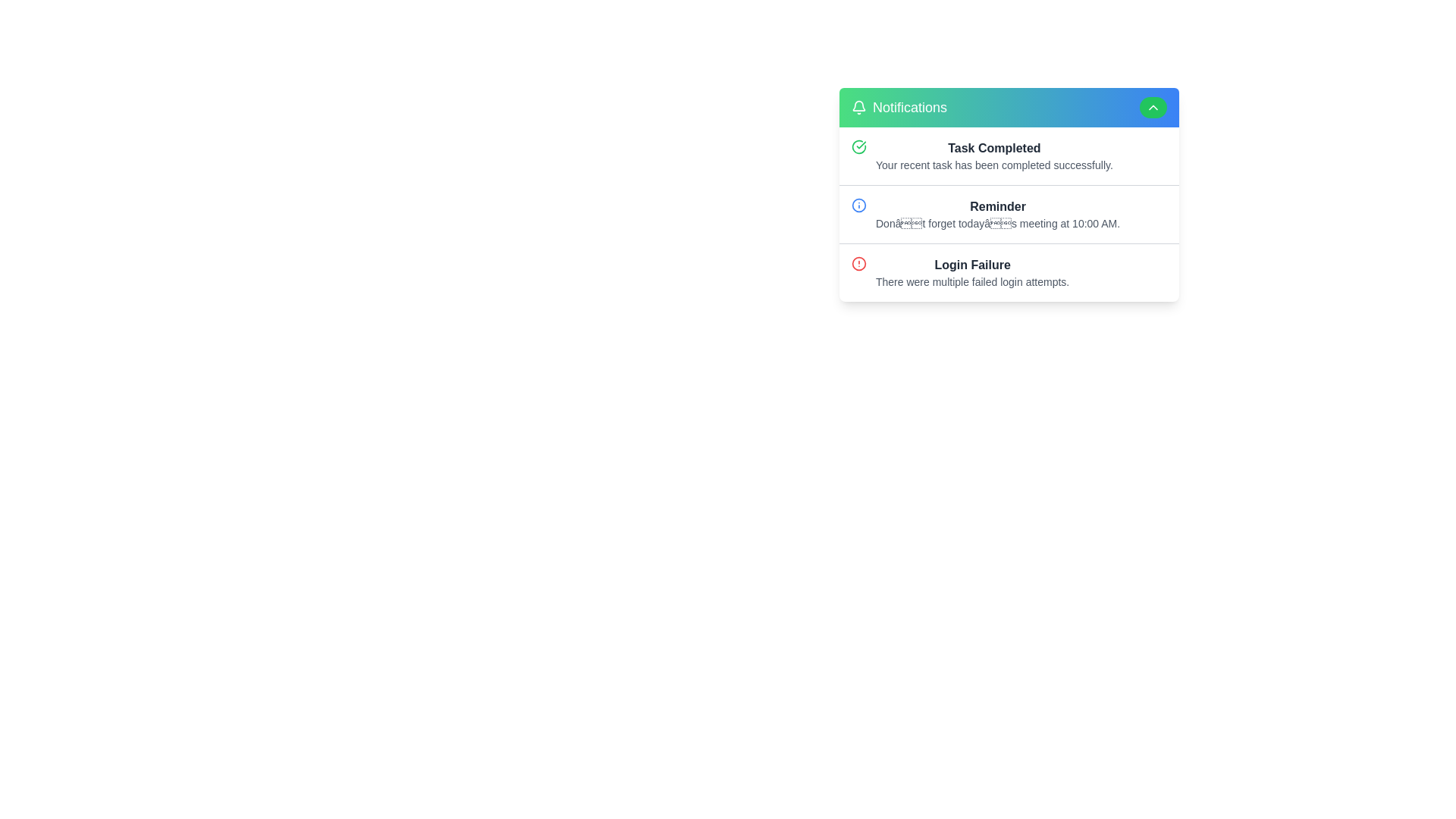 This screenshot has width=1456, height=819. I want to click on the text with accompanying icon in the notifications panel header for accessibility purposes, so click(899, 107).